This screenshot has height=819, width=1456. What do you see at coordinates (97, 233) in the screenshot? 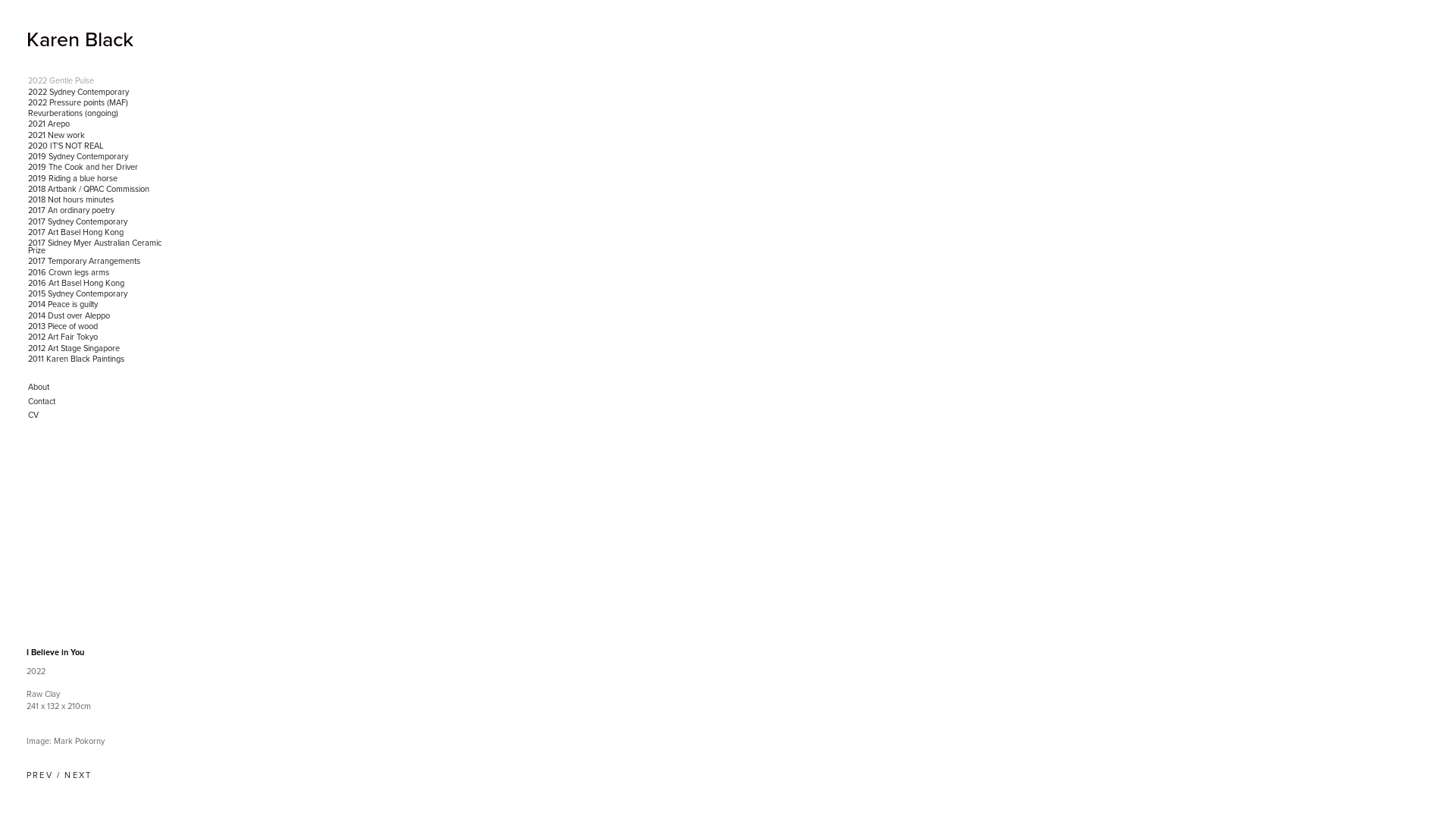
I see `'2017 Art Basel Hong Kong'` at bounding box center [97, 233].